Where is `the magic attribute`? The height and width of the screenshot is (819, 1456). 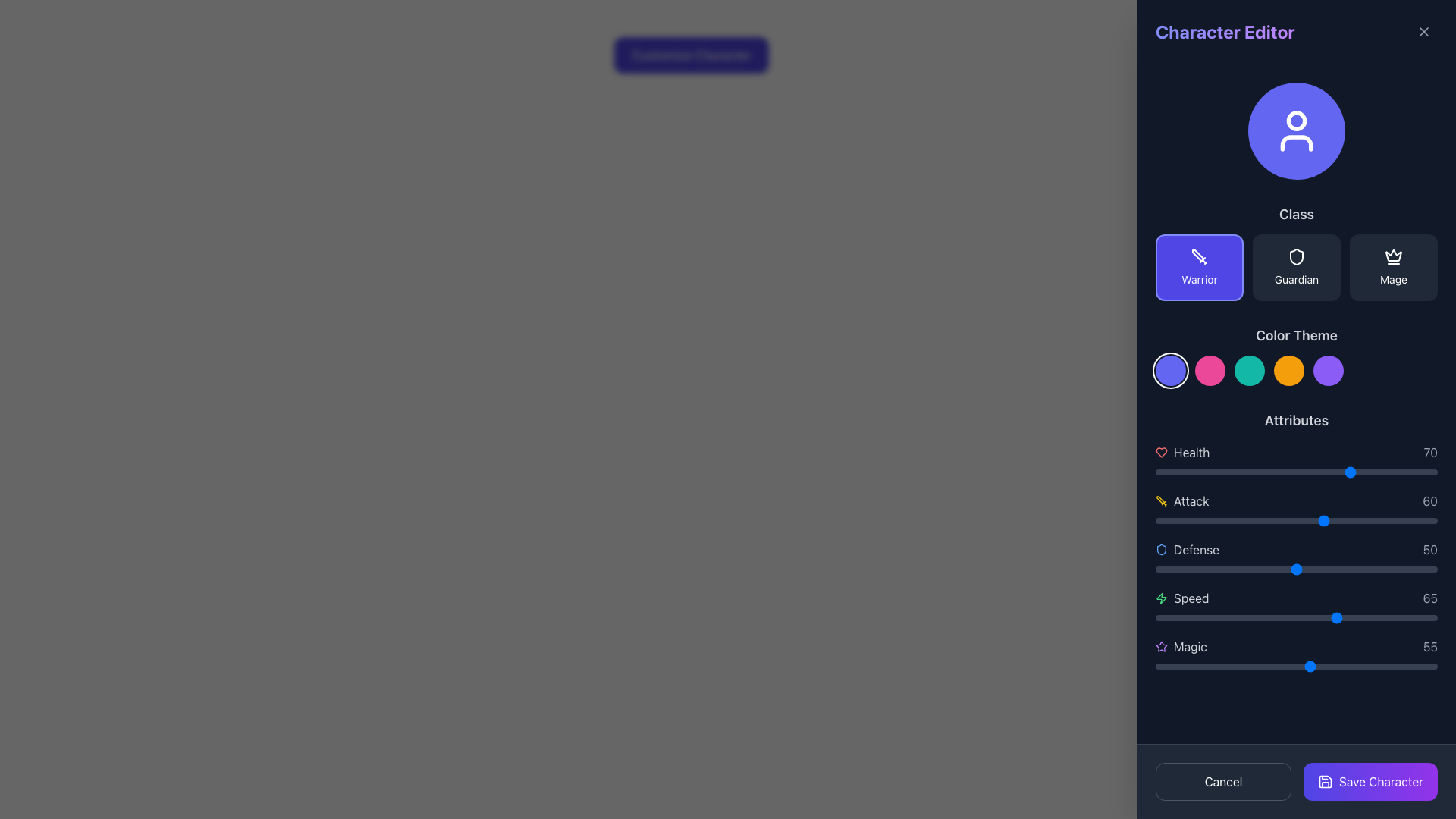 the magic attribute is located at coordinates (1356, 666).